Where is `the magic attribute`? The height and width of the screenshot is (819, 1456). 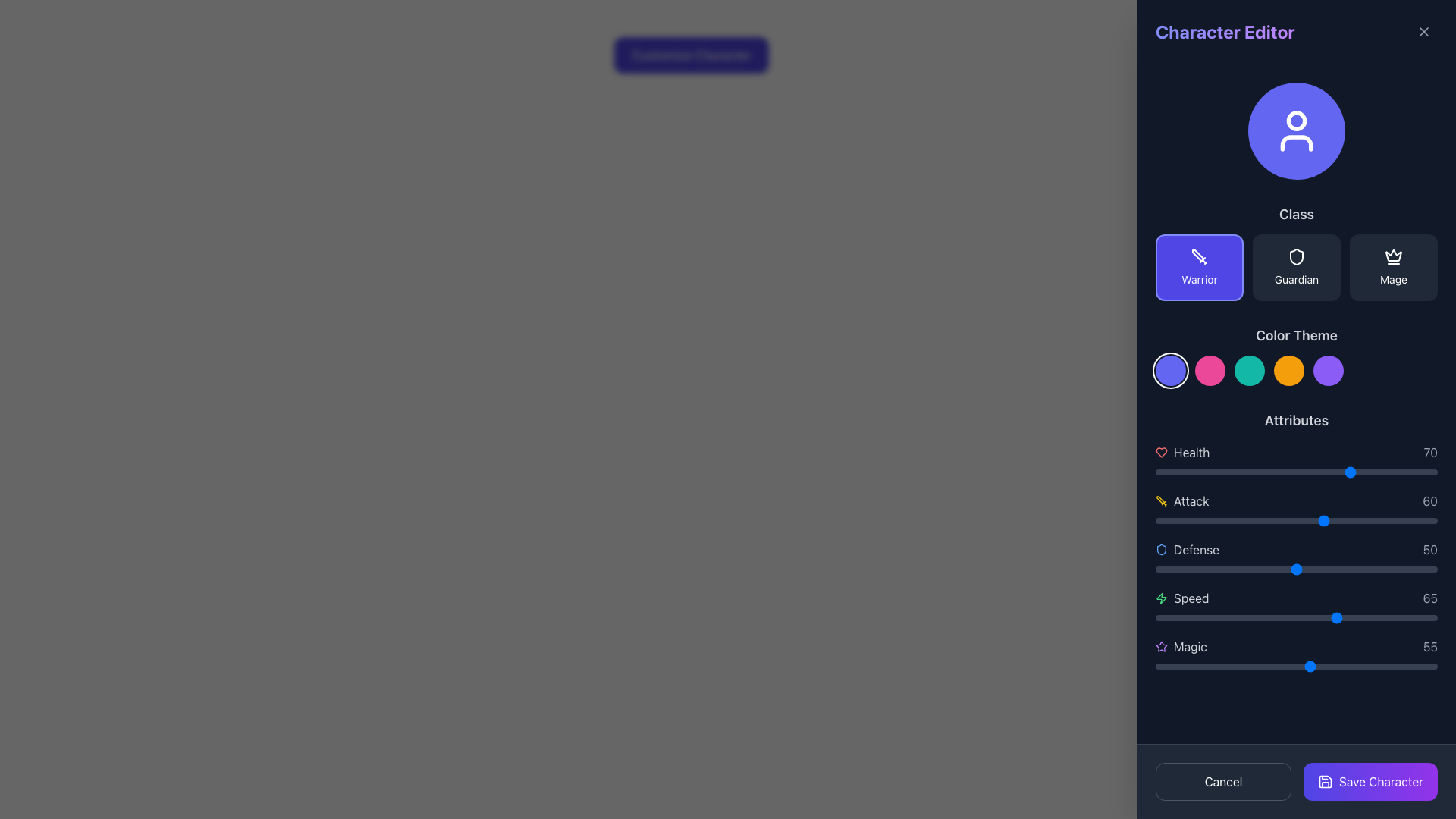 the magic attribute is located at coordinates (1356, 666).